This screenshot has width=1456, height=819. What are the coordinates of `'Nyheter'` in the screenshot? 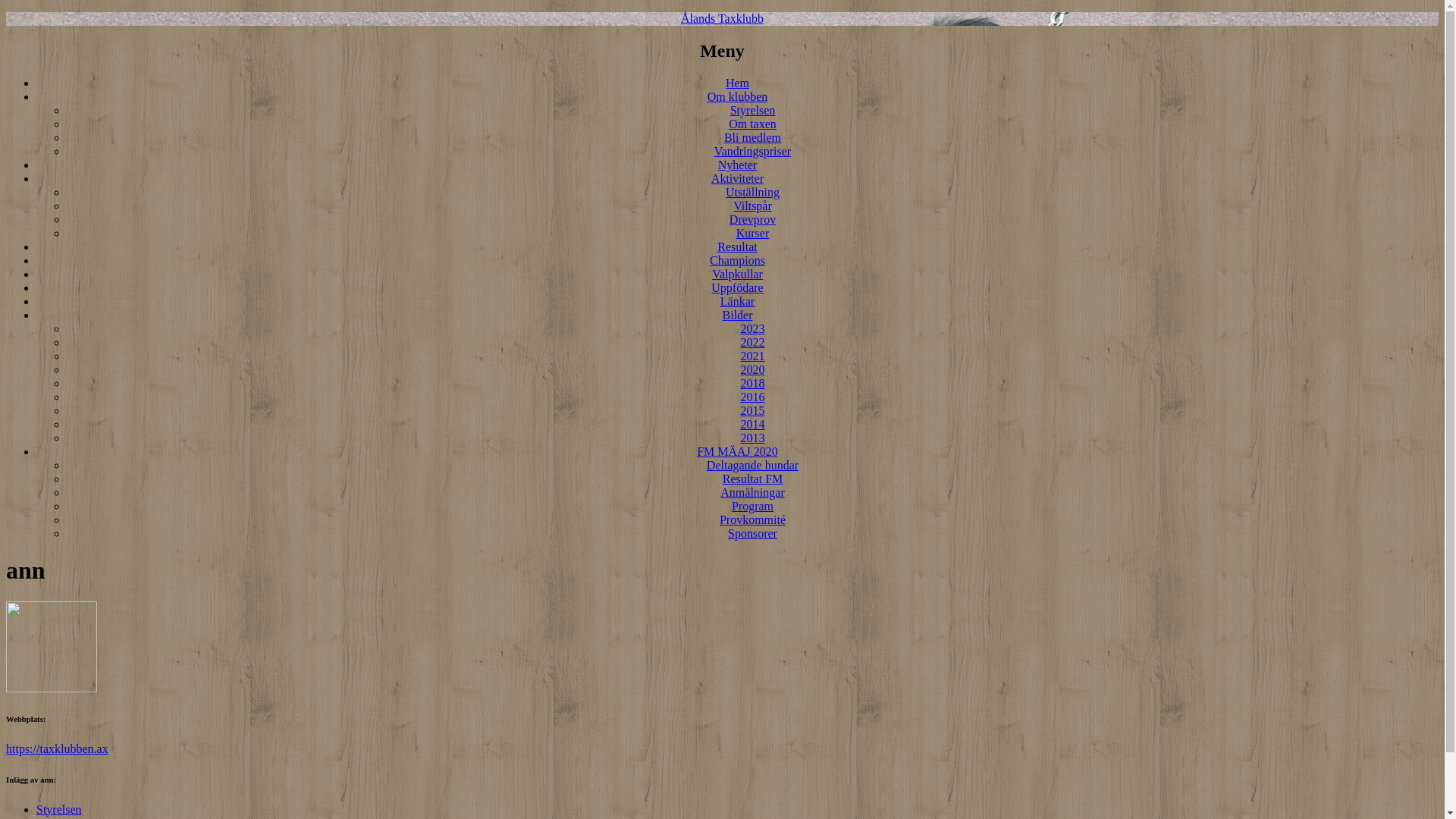 It's located at (738, 165).